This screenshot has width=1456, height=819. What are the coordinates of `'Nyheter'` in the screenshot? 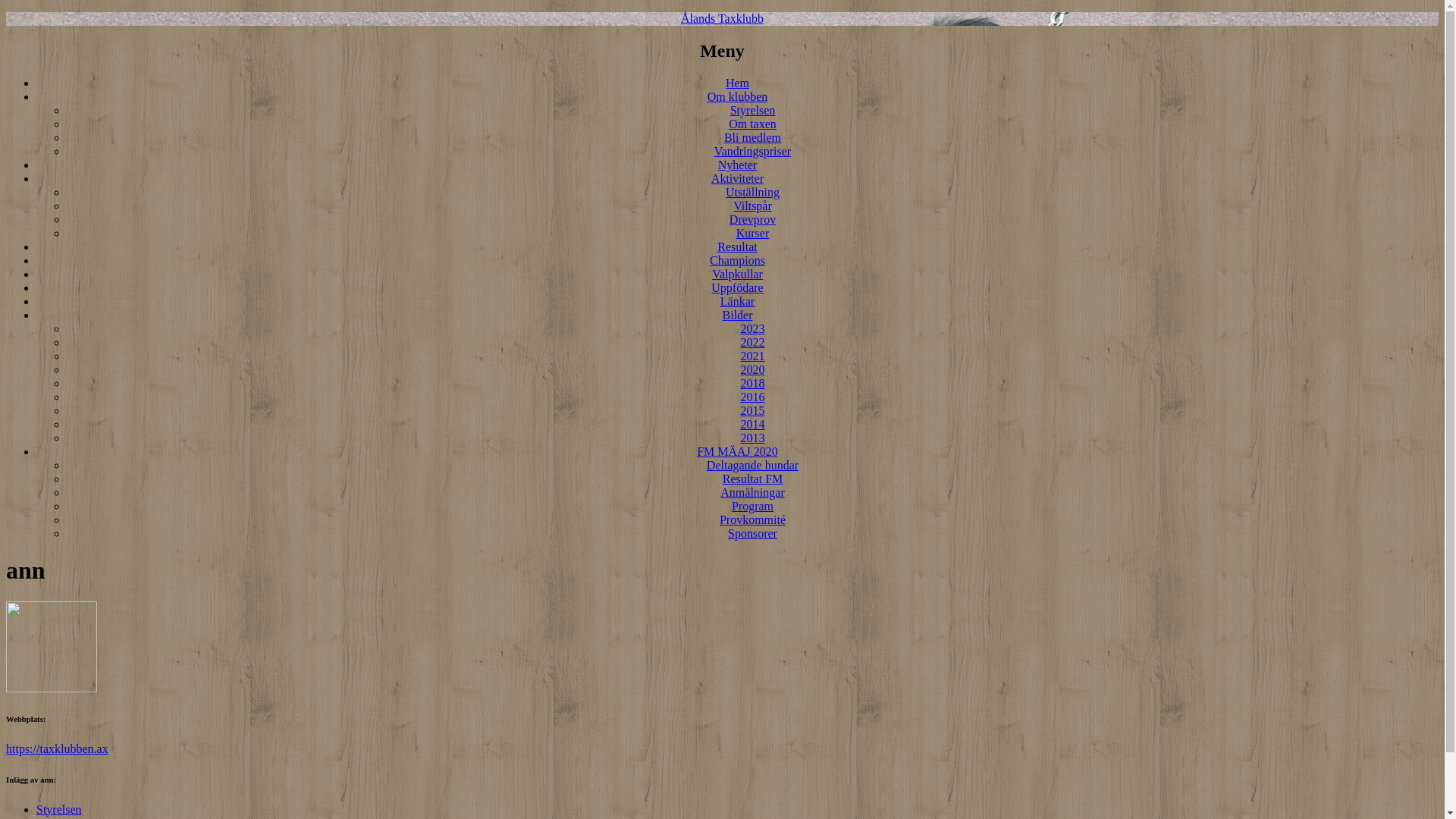 It's located at (738, 165).